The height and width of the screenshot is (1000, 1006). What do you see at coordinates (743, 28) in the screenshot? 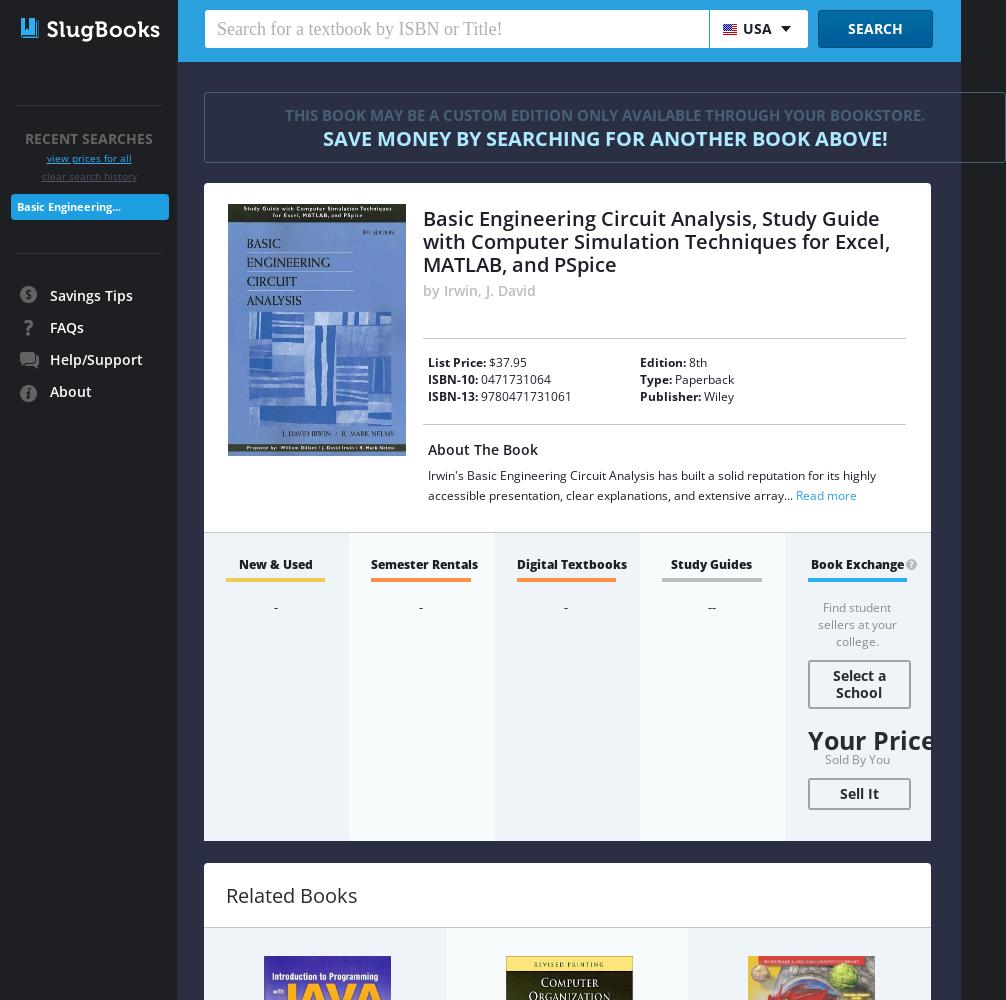
I see `'USA'` at bounding box center [743, 28].